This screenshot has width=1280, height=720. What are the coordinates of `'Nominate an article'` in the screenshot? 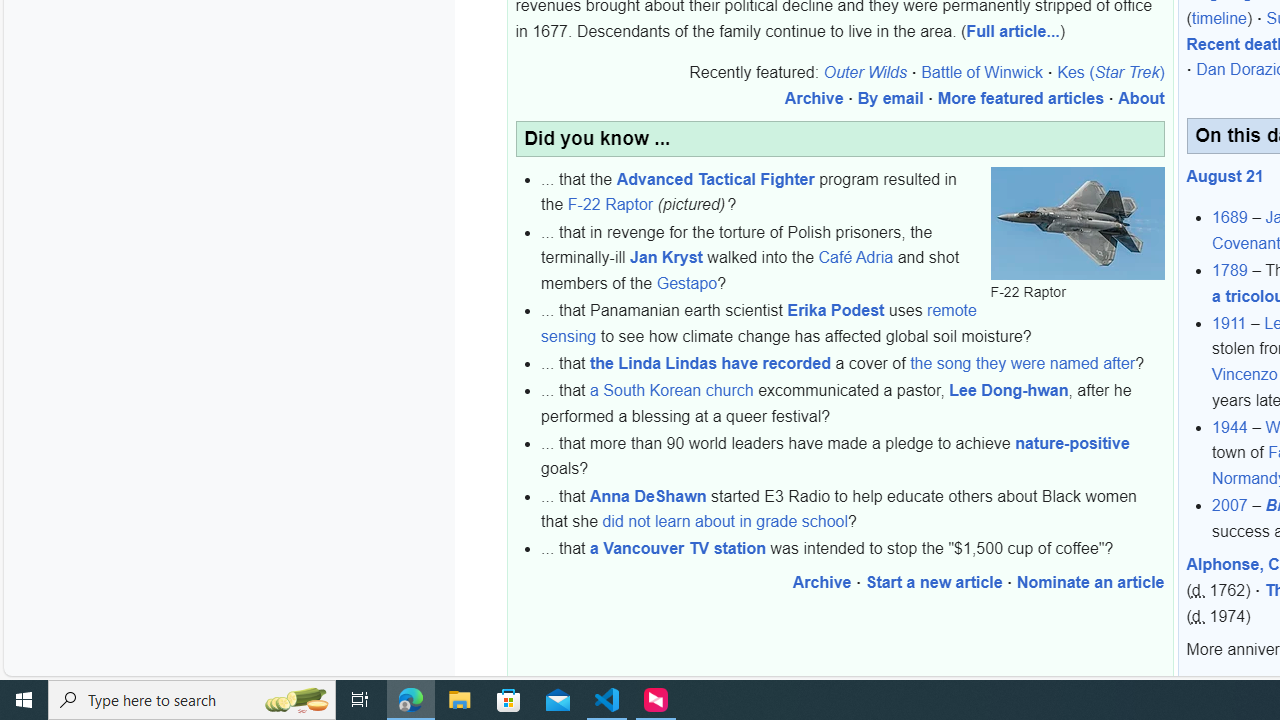 It's located at (1089, 582).